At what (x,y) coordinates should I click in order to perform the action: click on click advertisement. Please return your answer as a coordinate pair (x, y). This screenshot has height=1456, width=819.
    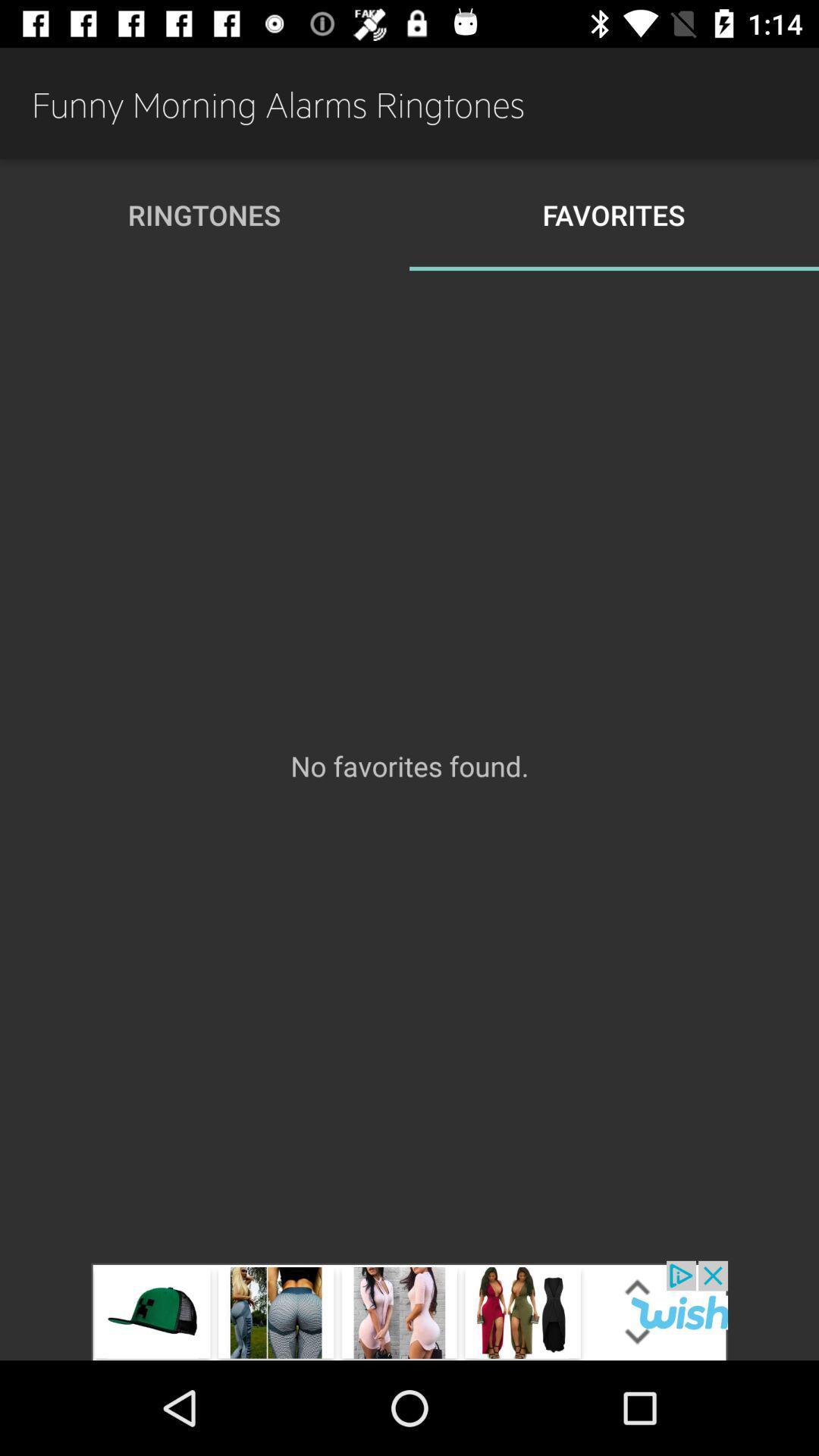
    Looking at the image, I should click on (409, 1310).